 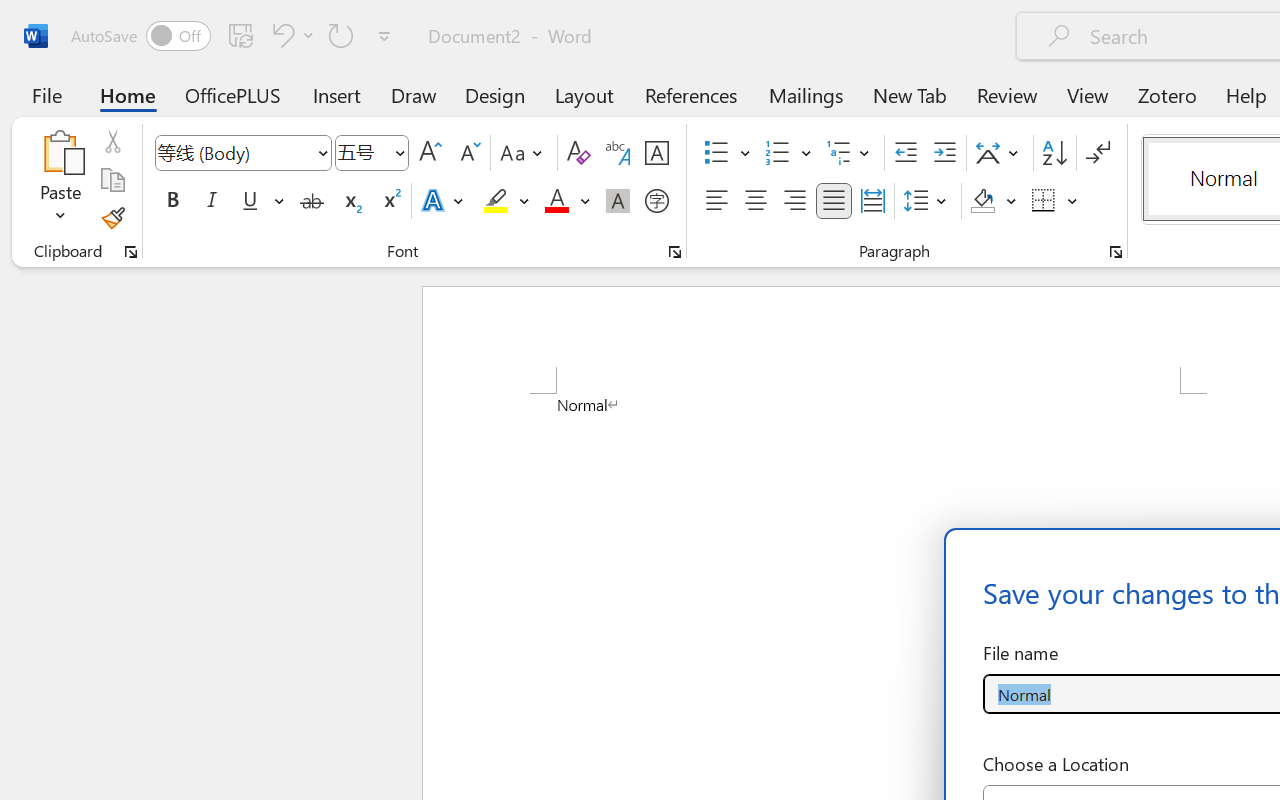 What do you see at coordinates (496, 201) in the screenshot?
I see `'Text Highlight Color Yellow'` at bounding box center [496, 201].